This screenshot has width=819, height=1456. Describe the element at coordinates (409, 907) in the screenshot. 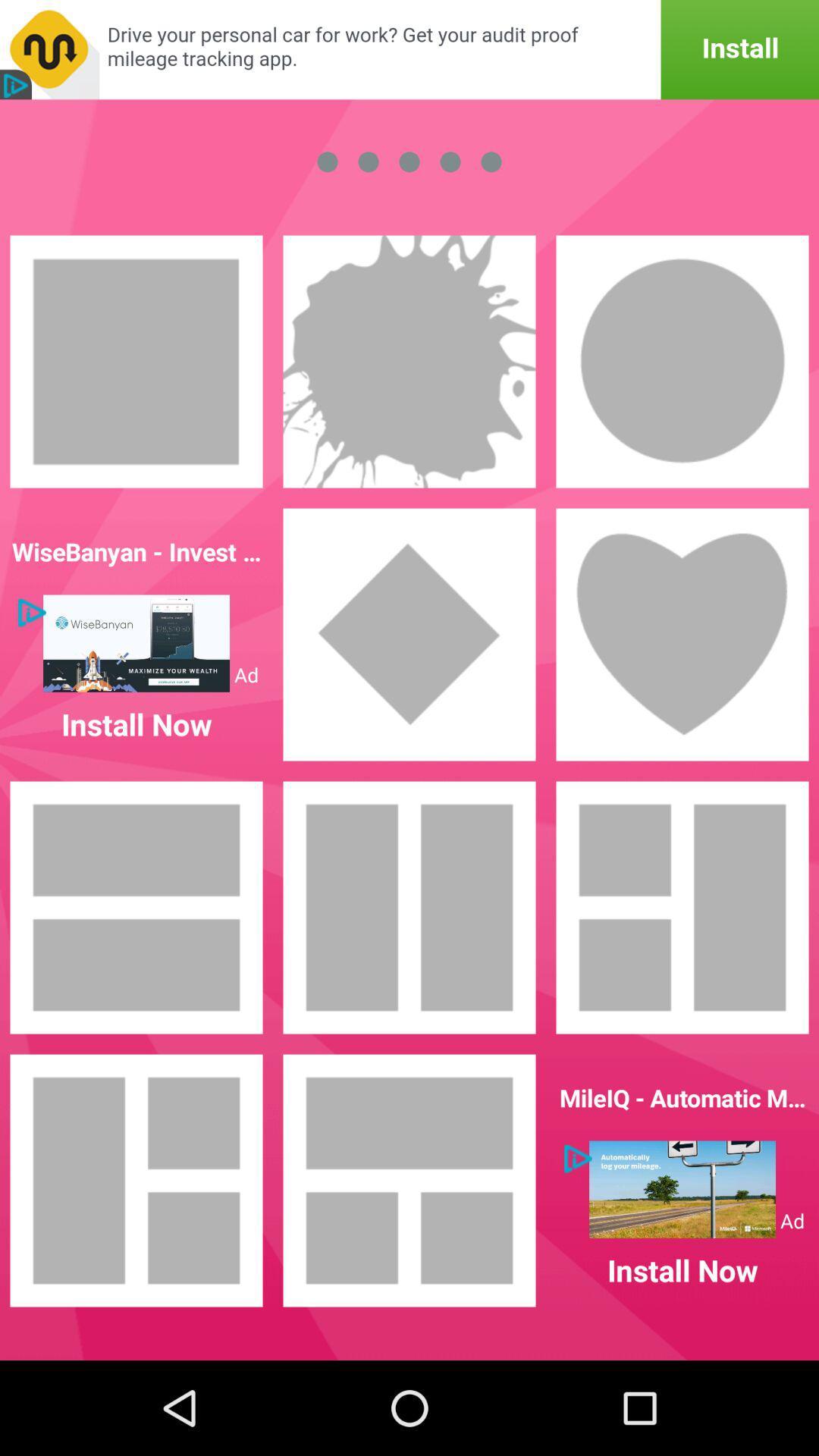

I see `rectangular portrait` at that location.